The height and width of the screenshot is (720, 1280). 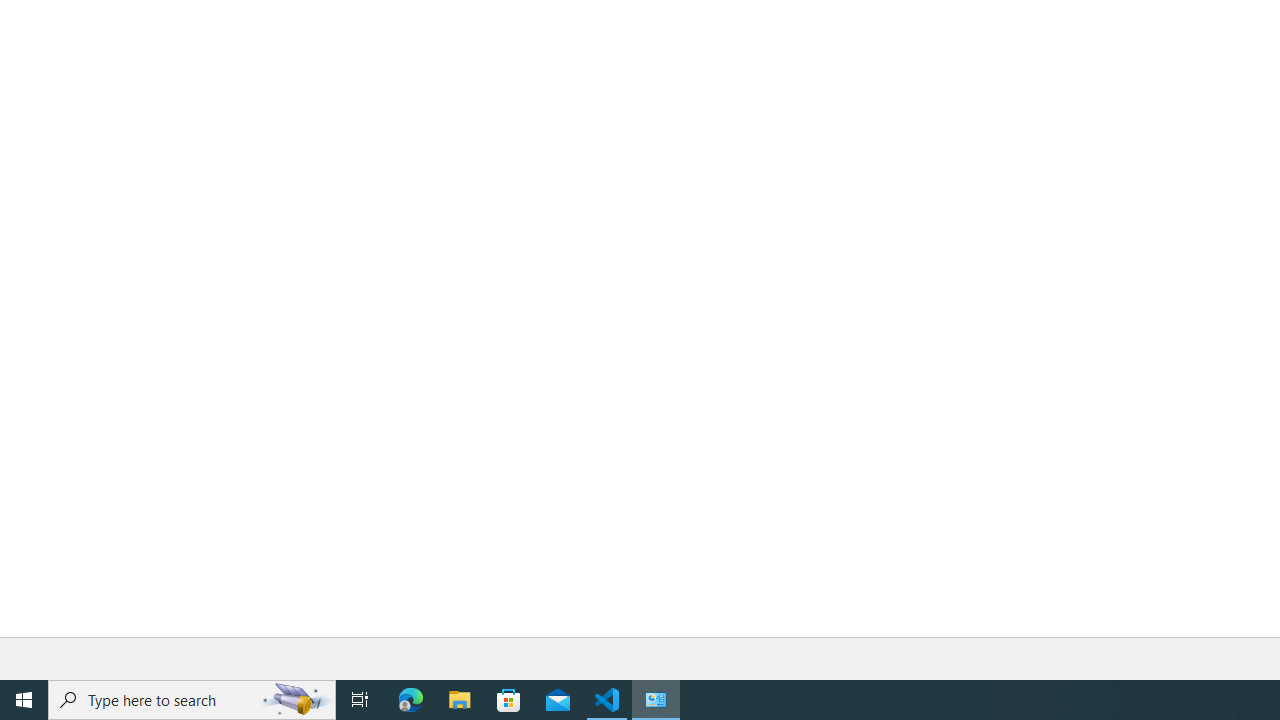 I want to click on 'Control Panel - 1 running window', so click(x=656, y=698).